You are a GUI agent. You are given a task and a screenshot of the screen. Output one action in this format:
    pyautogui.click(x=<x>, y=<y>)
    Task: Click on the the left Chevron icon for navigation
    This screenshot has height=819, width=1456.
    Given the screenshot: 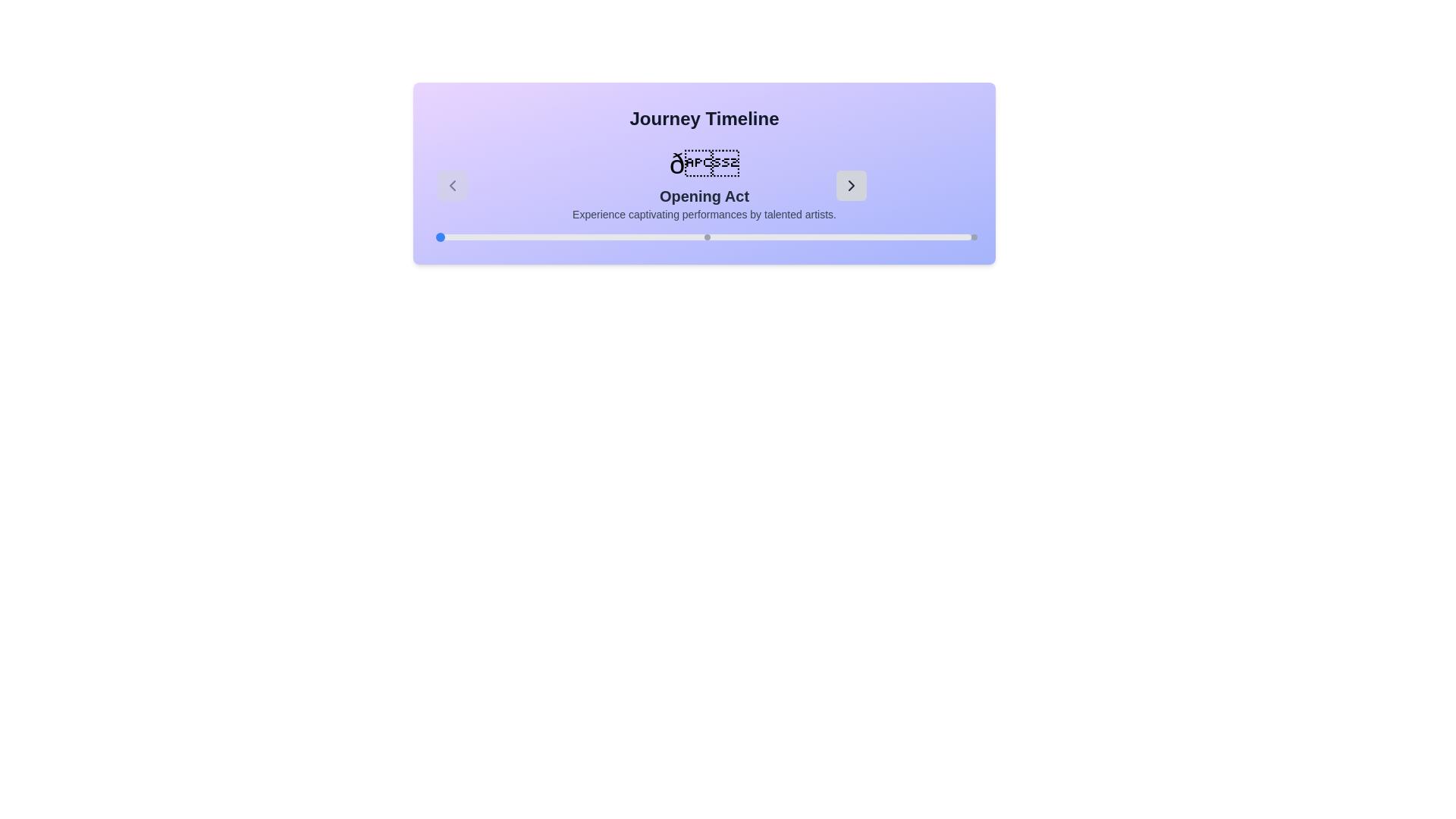 What is the action you would take?
    pyautogui.click(x=451, y=185)
    